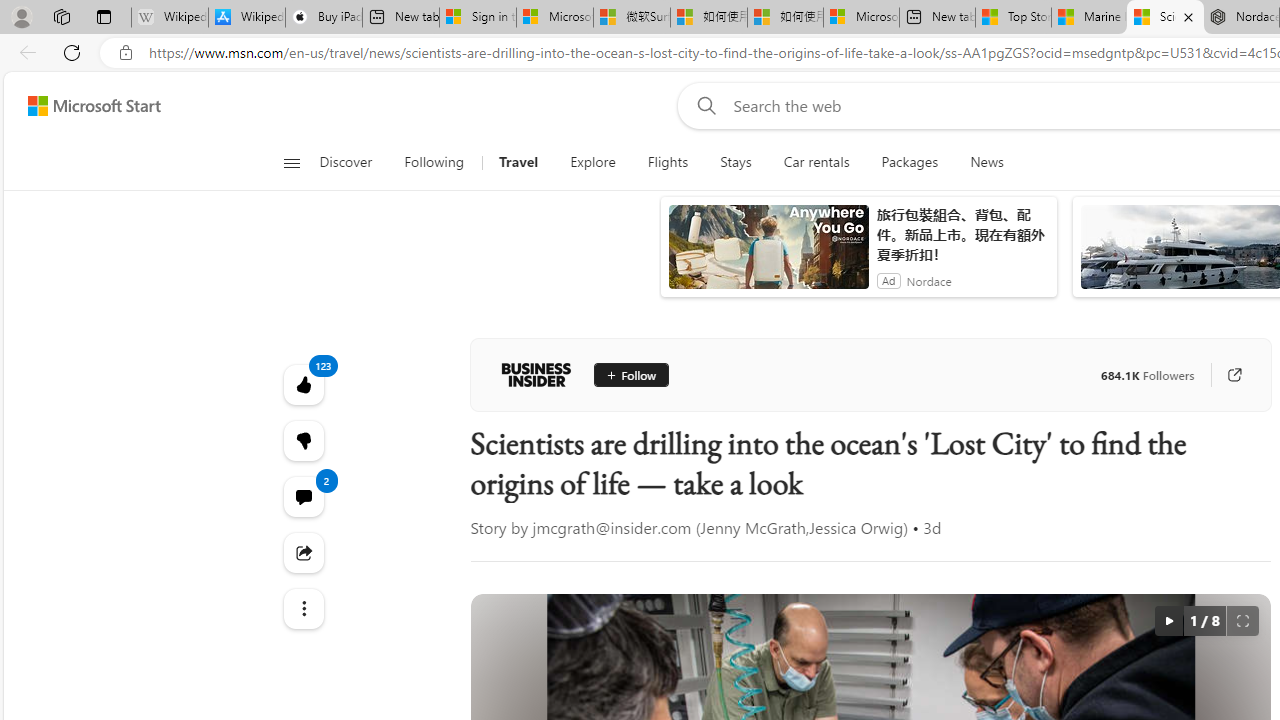  I want to click on 'Share this story', so click(302, 552).